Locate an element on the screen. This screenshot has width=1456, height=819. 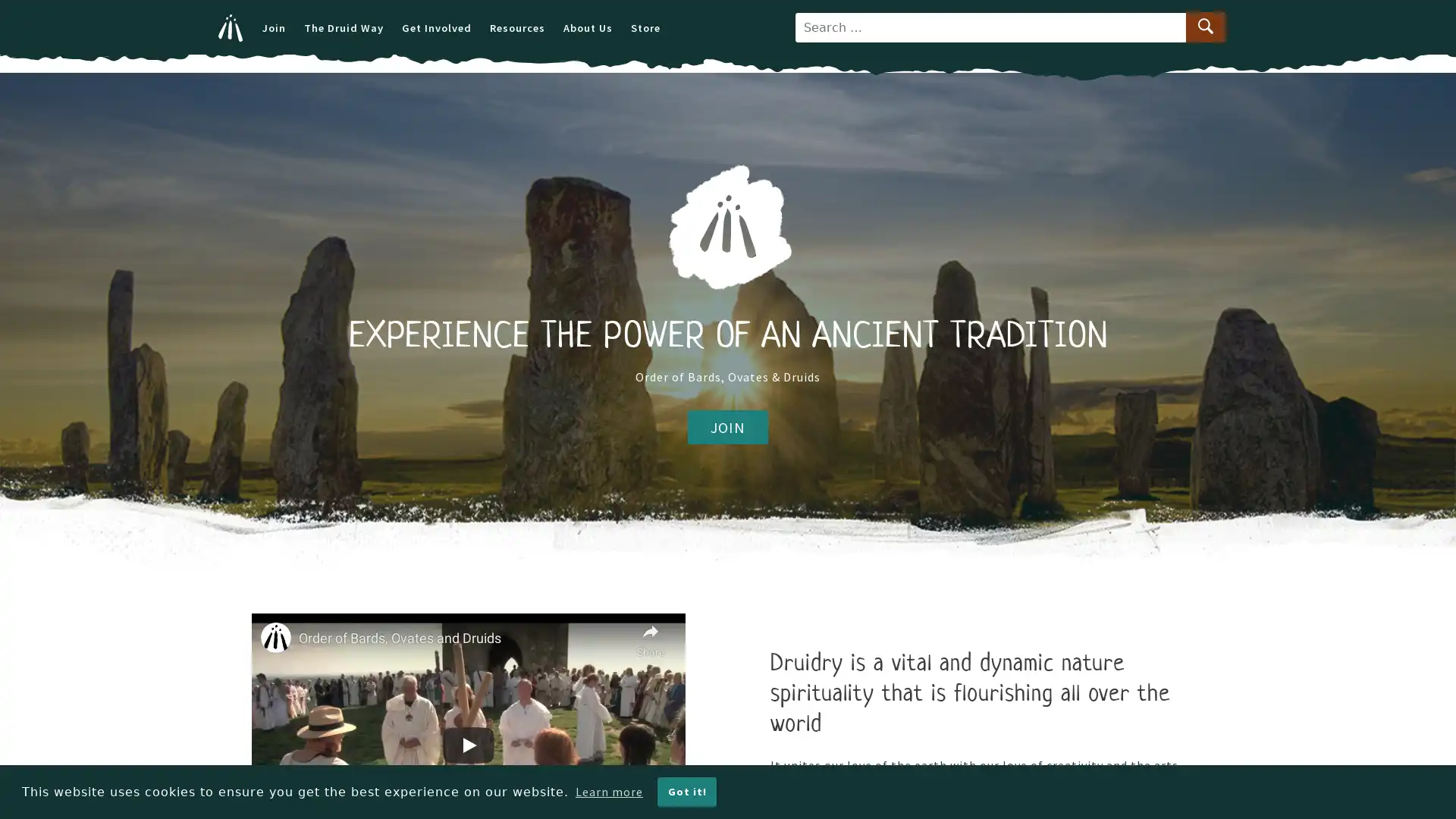
dismiss cookie message is located at coordinates (686, 791).